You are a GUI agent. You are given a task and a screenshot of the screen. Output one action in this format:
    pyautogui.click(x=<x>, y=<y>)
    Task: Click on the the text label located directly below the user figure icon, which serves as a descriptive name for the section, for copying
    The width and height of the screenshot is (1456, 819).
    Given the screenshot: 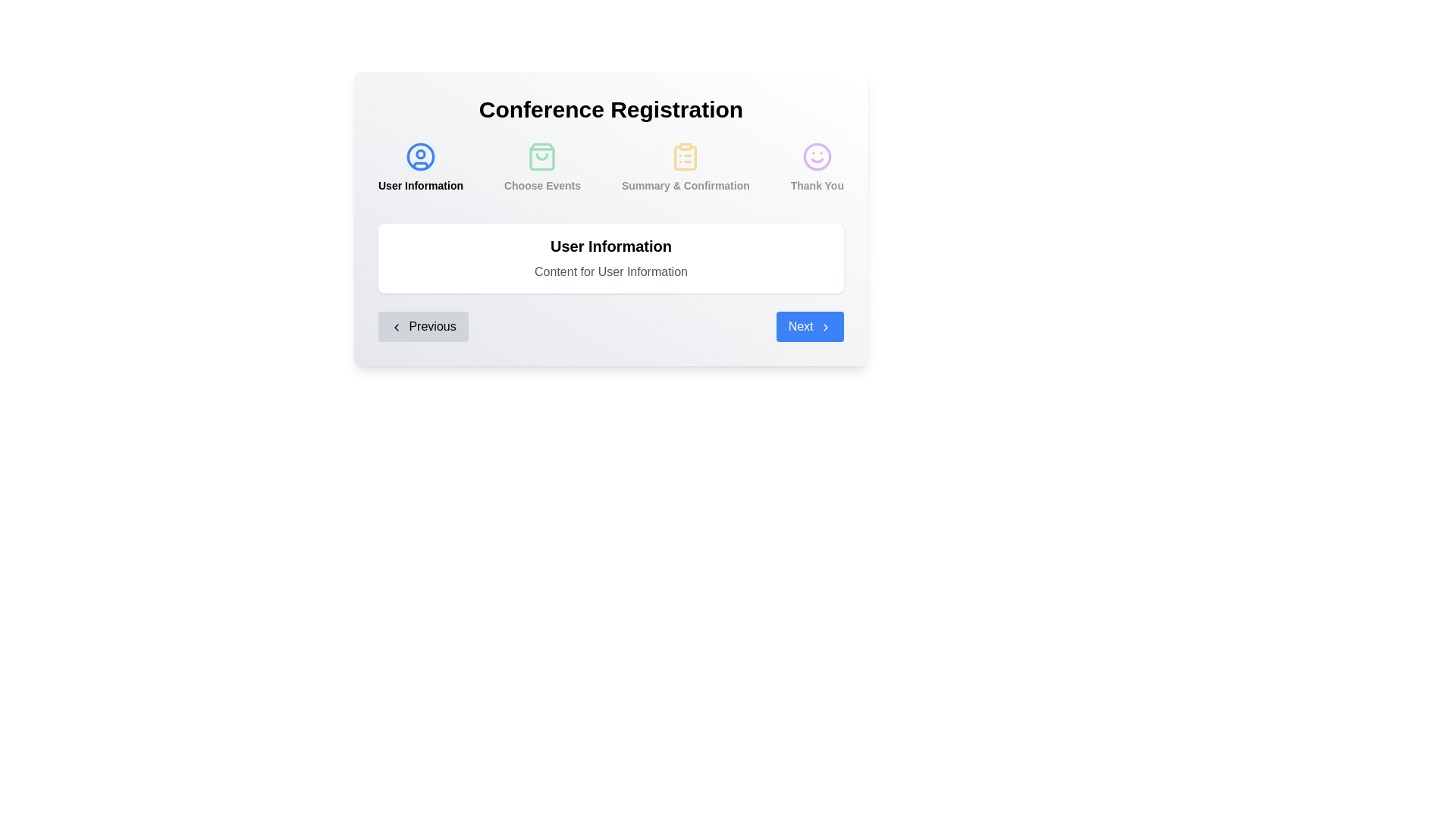 What is the action you would take?
    pyautogui.click(x=421, y=185)
    